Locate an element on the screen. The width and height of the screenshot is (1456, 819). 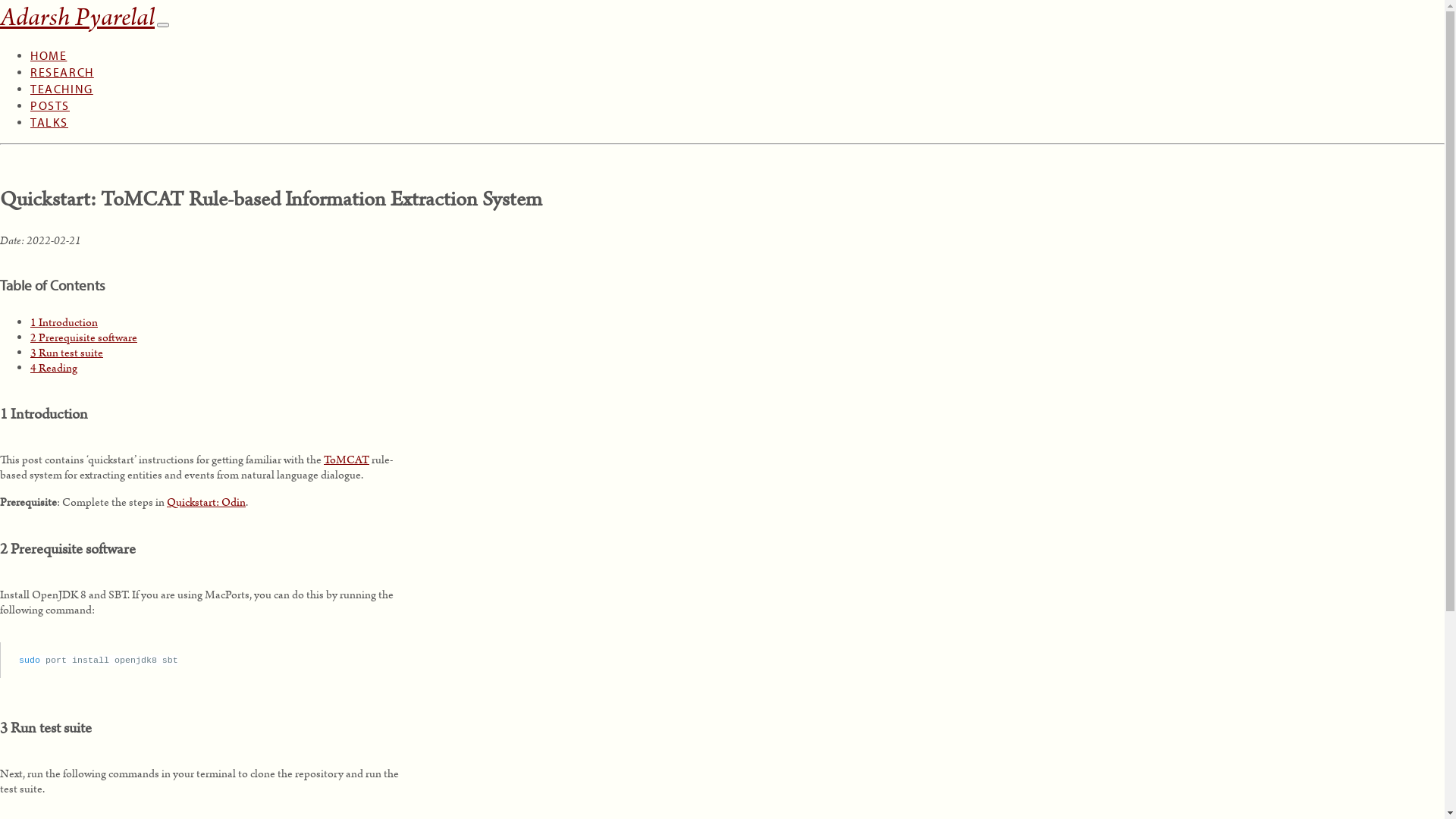
'4 Reading' is located at coordinates (30, 367).